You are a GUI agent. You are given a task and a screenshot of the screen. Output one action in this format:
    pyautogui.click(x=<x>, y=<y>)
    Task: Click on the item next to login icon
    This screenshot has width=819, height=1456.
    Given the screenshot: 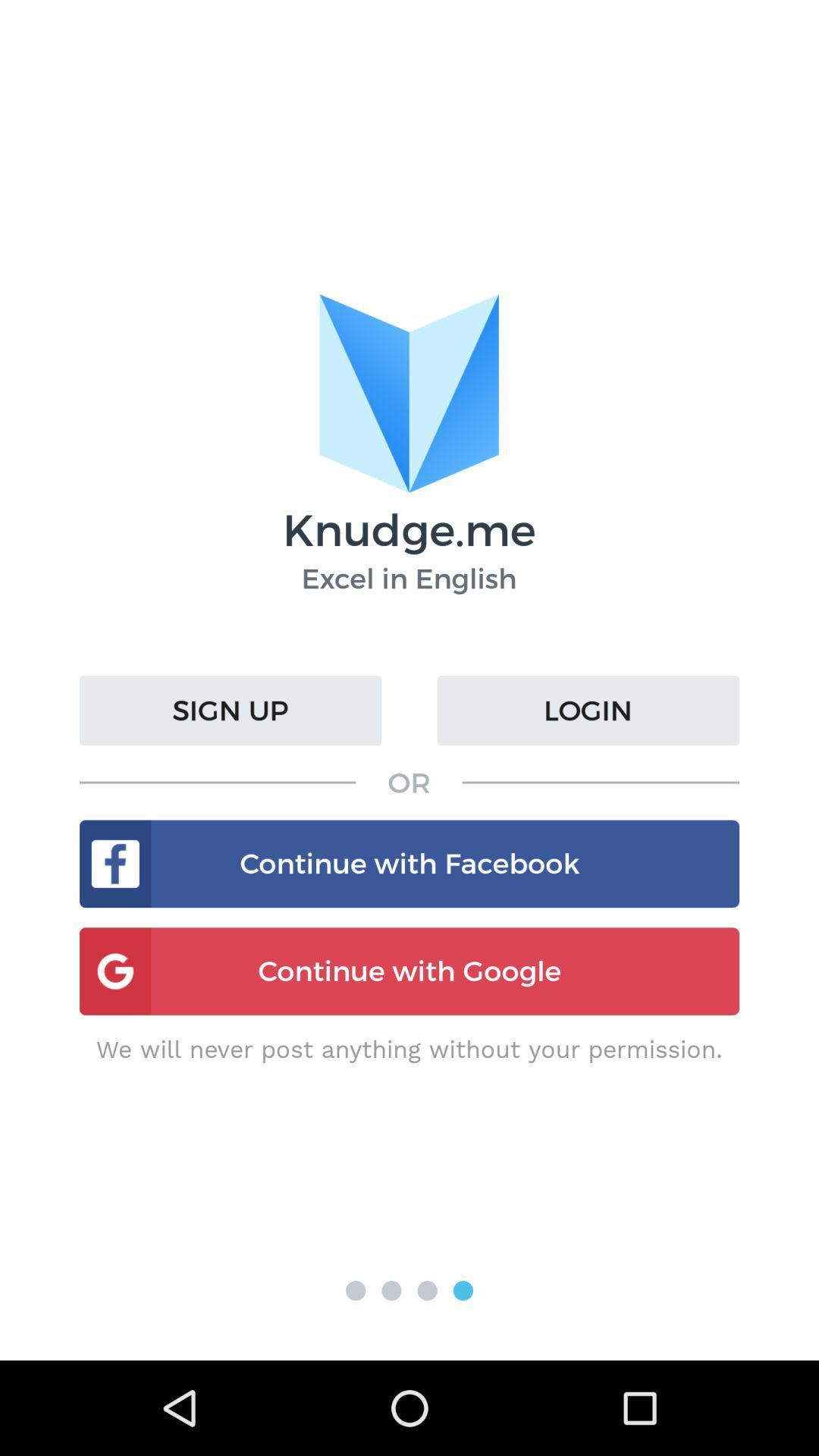 What is the action you would take?
    pyautogui.click(x=231, y=710)
    